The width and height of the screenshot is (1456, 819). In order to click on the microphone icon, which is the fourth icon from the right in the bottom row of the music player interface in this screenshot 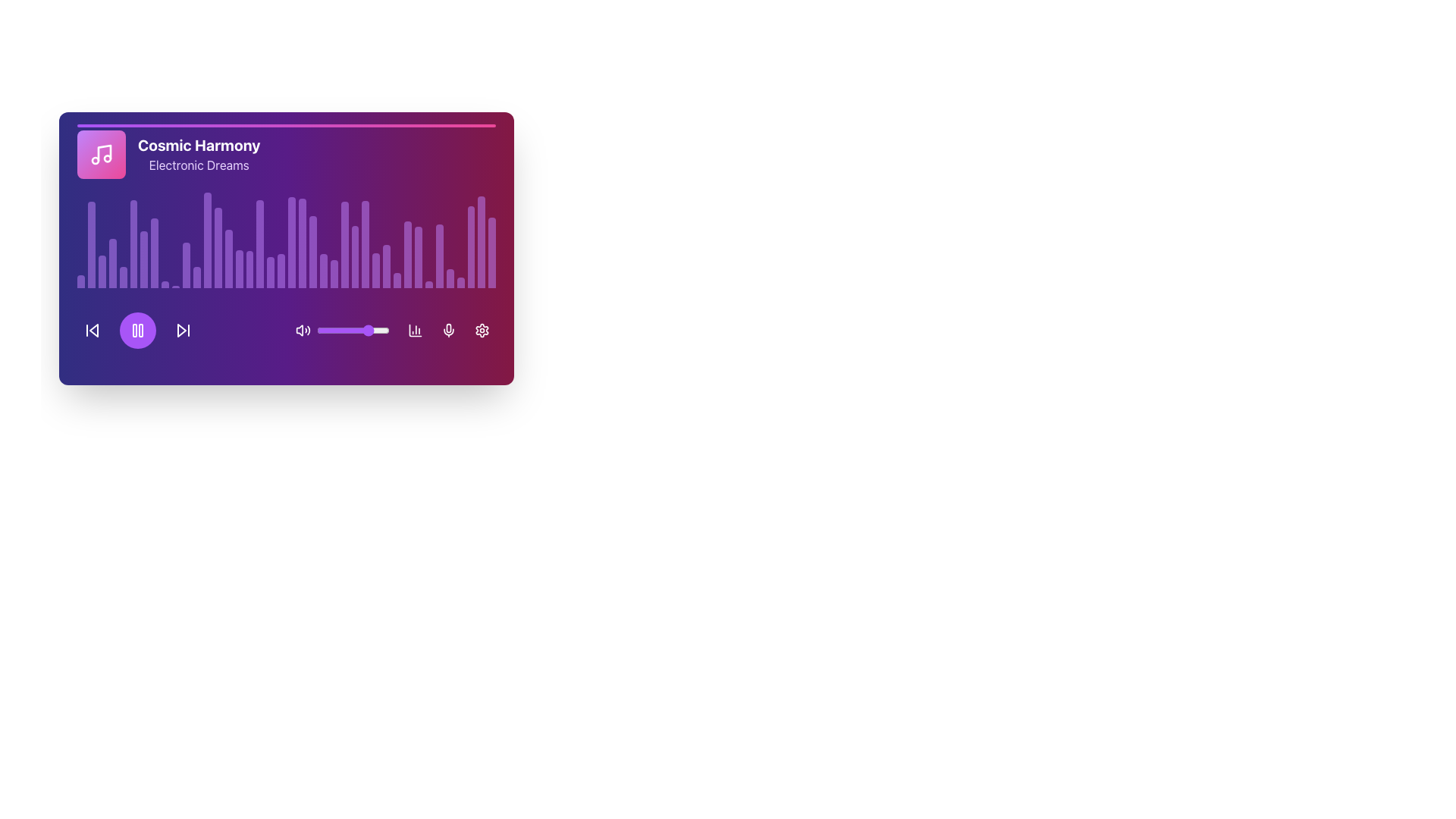, I will do `click(447, 329)`.